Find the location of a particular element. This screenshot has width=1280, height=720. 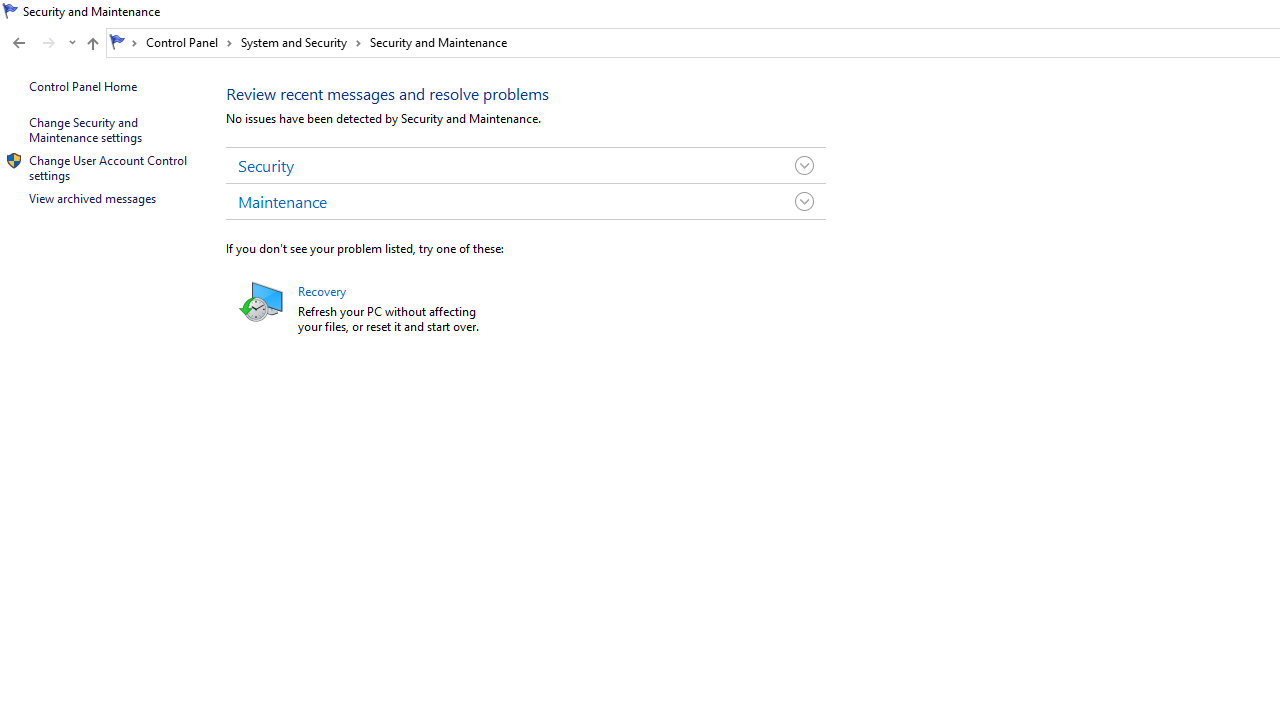

'Up band toolbar' is located at coordinates (91, 45).